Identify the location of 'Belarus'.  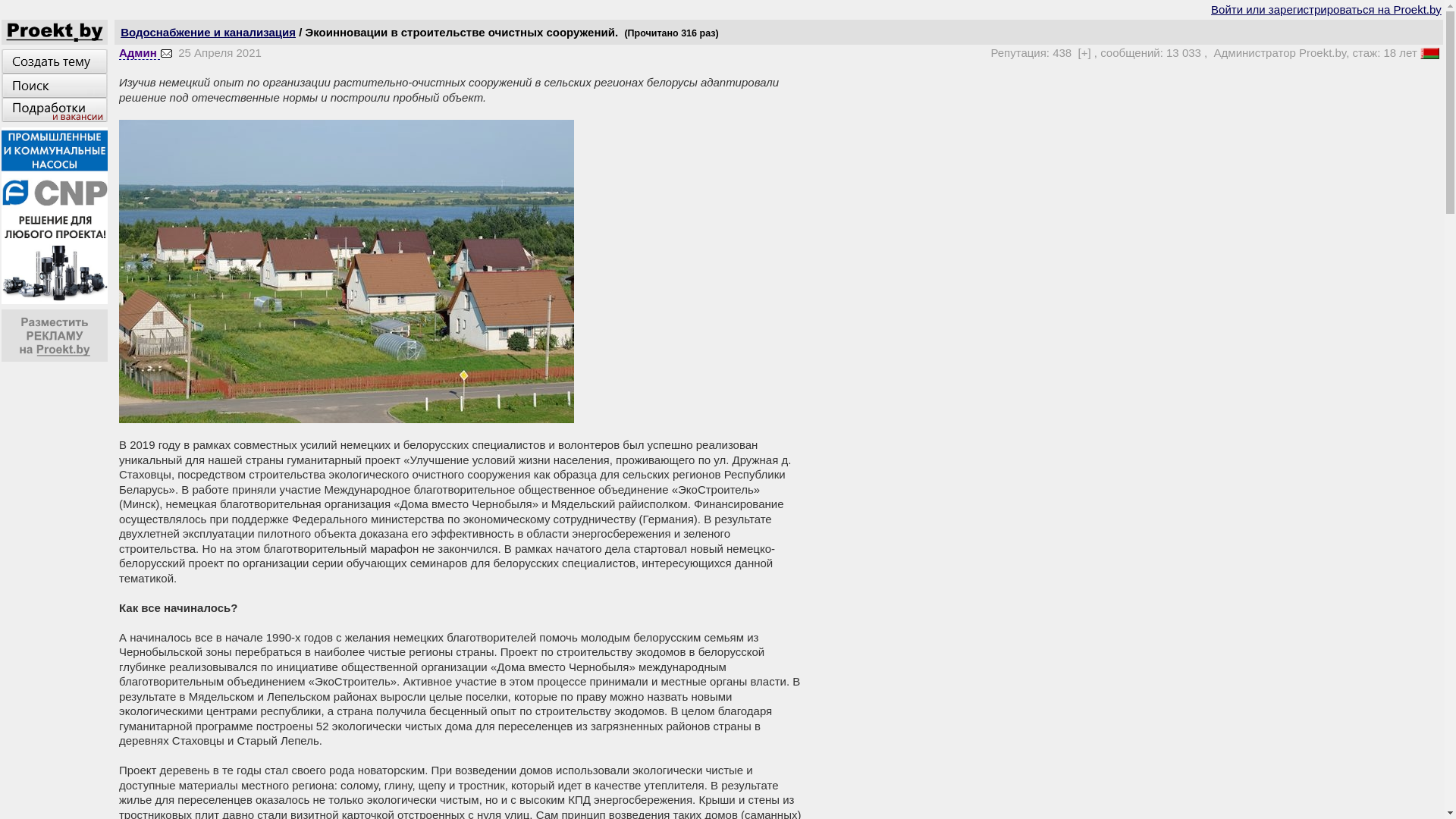
(1429, 52).